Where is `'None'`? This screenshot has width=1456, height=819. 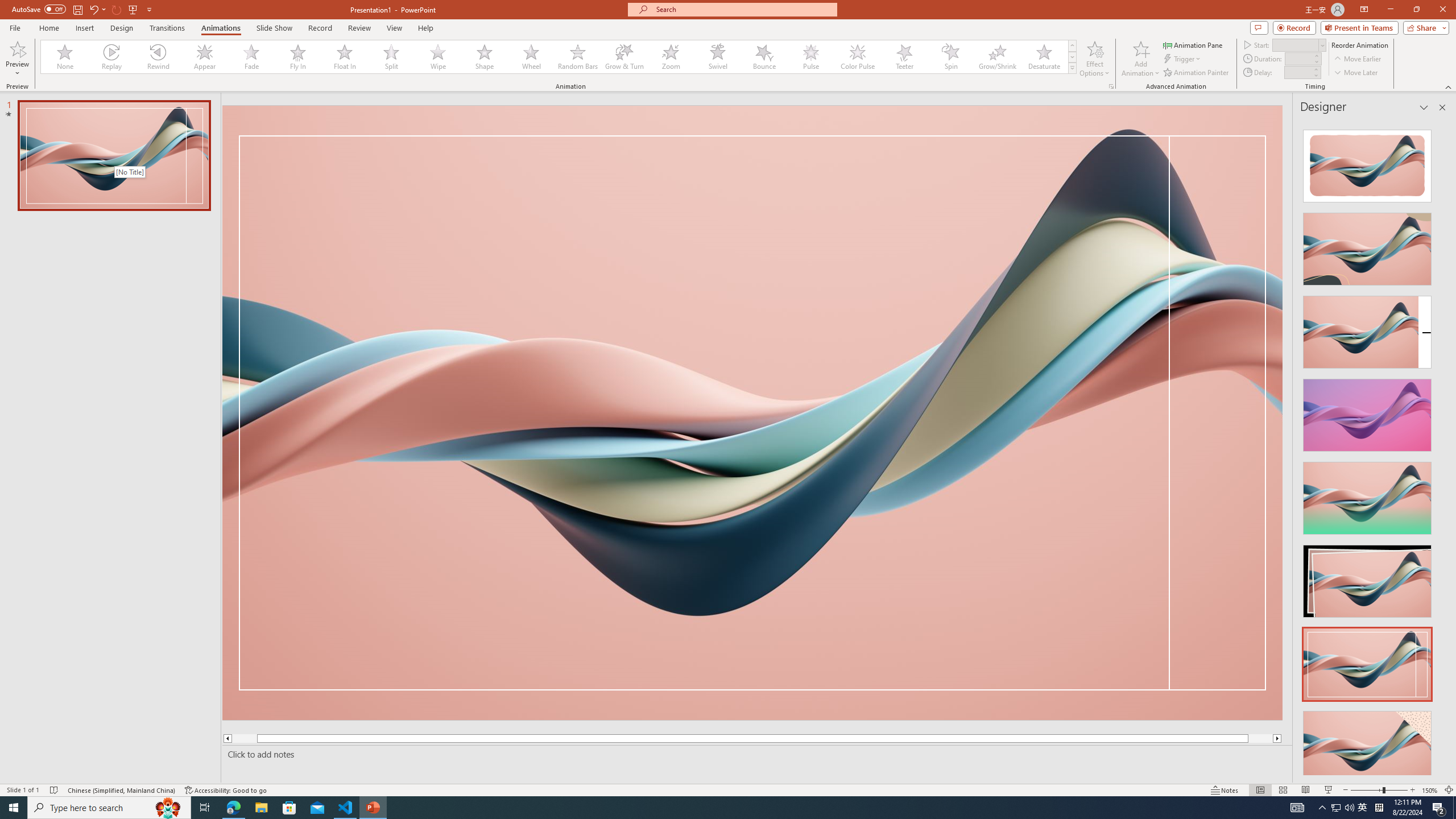 'None' is located at coordinates (65, 56).